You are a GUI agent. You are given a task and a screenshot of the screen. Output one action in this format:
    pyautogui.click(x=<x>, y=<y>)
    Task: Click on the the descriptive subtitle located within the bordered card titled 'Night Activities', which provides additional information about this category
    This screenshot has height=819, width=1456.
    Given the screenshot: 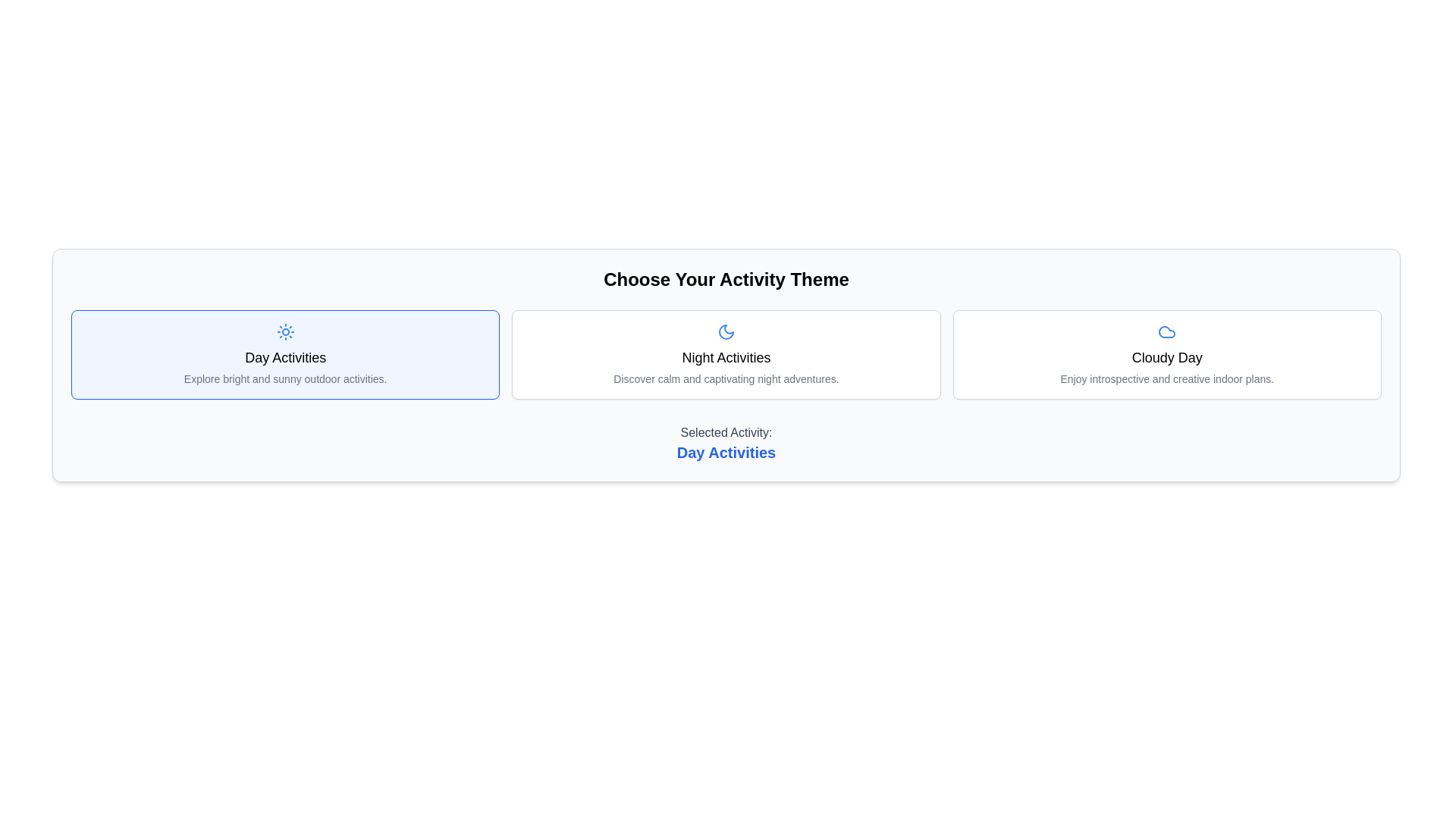 What is the action you would take?
    pyautogui.click(x=725, y=378)
    